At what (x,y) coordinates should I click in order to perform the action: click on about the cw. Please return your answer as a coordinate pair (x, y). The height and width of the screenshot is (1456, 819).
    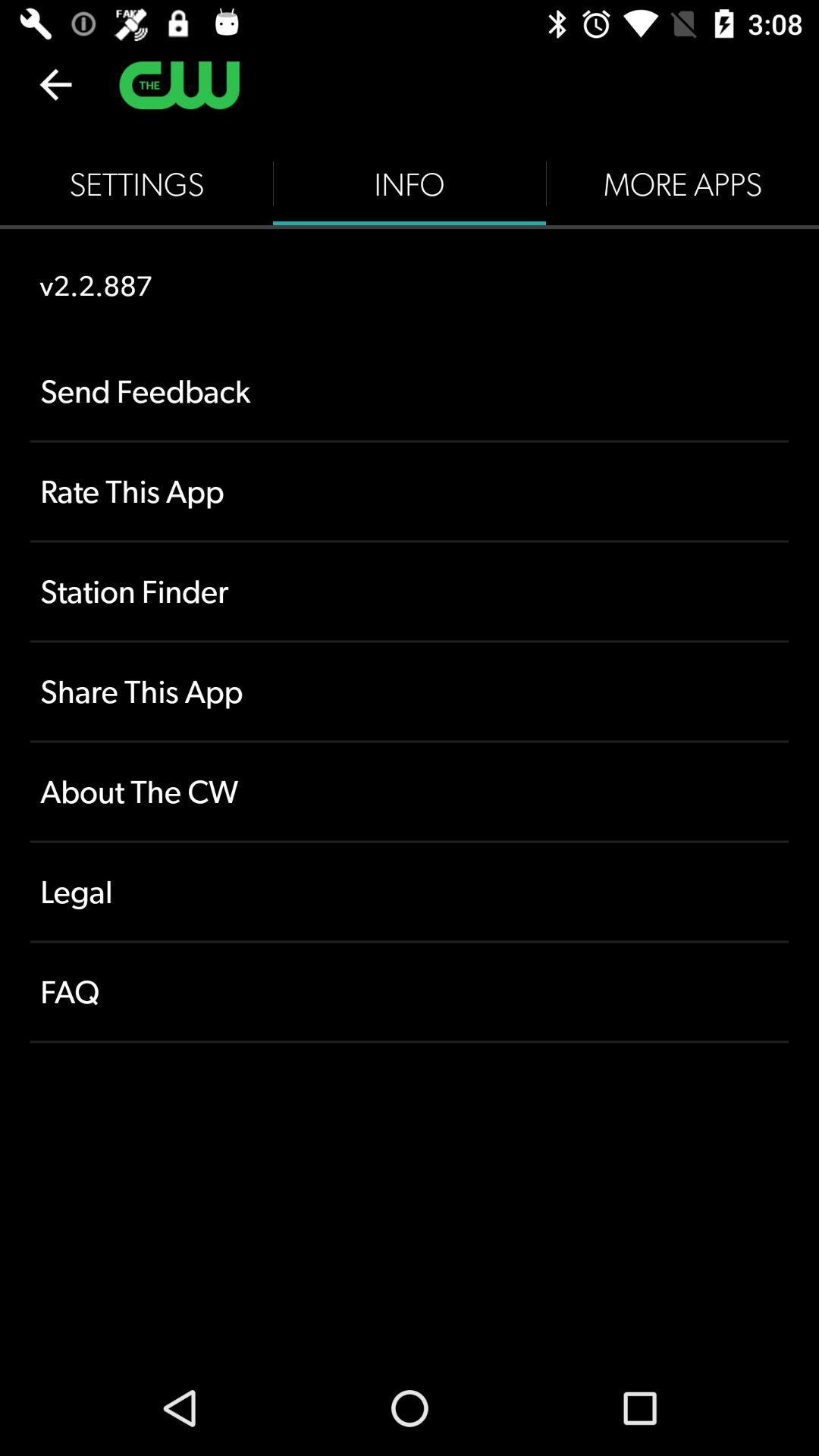
    Looking at the image, I should click on (409, 791).